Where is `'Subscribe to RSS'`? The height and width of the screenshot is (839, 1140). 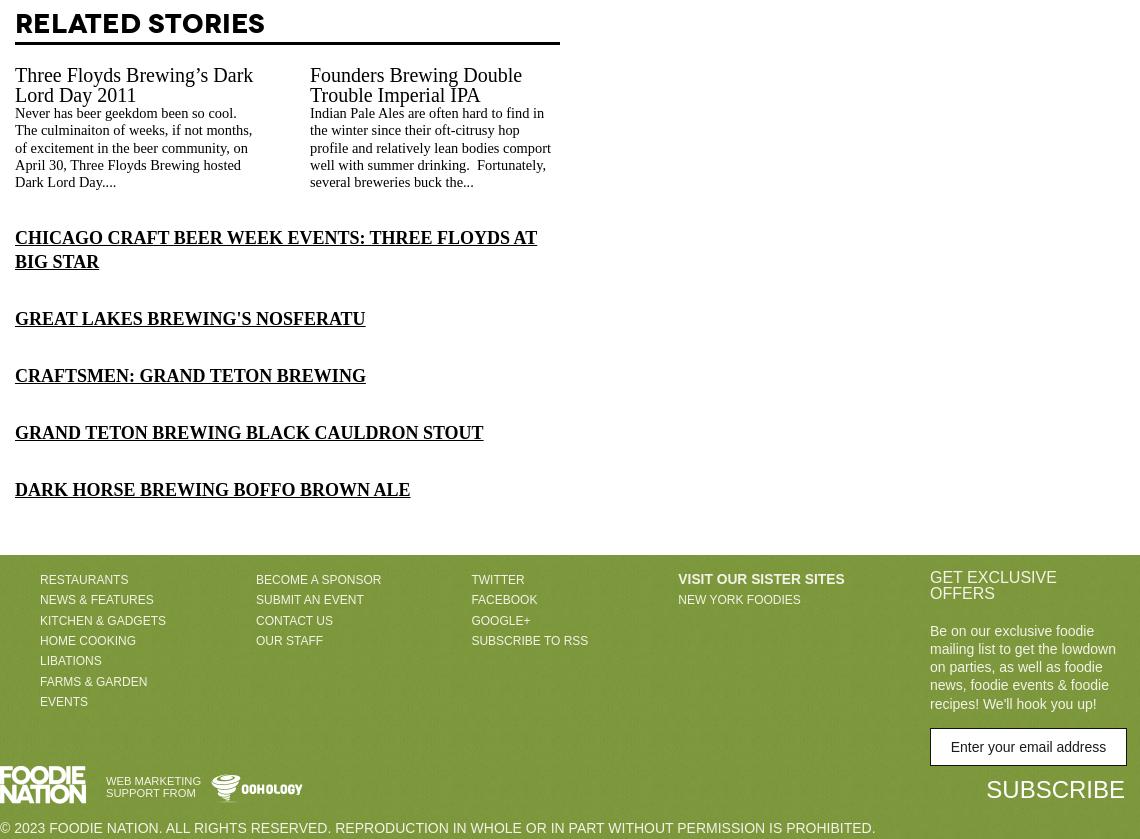
'Subscribe to RSS' is located at coordinates (471, 639).